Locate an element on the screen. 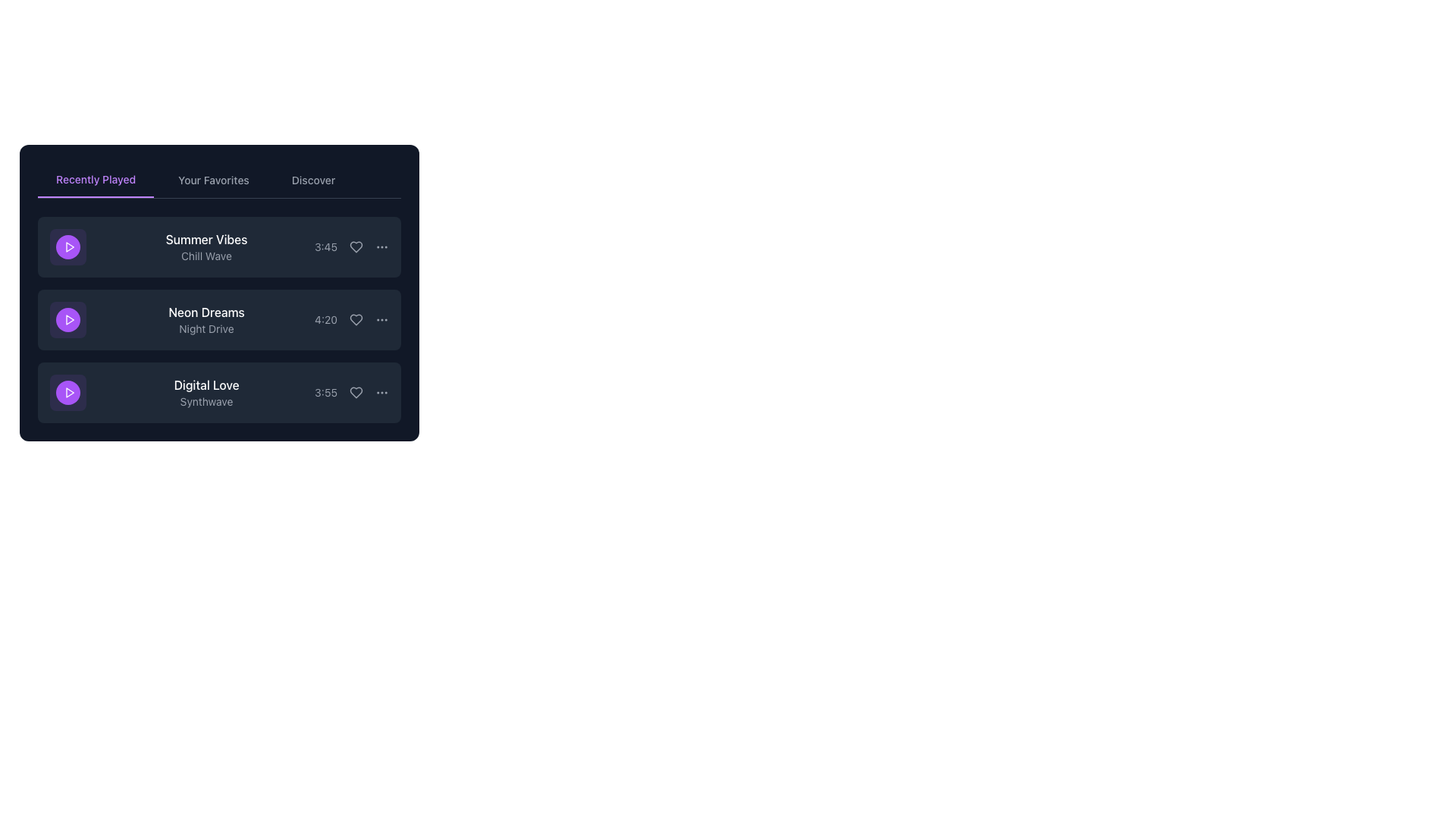 The height and width of the screenshot is (819, 1456). the static text label that displays the duration of the music track 'Neon Dreams', which is located to the right of the track title in the second row of the music playlist is located at coordinates (325, 318).